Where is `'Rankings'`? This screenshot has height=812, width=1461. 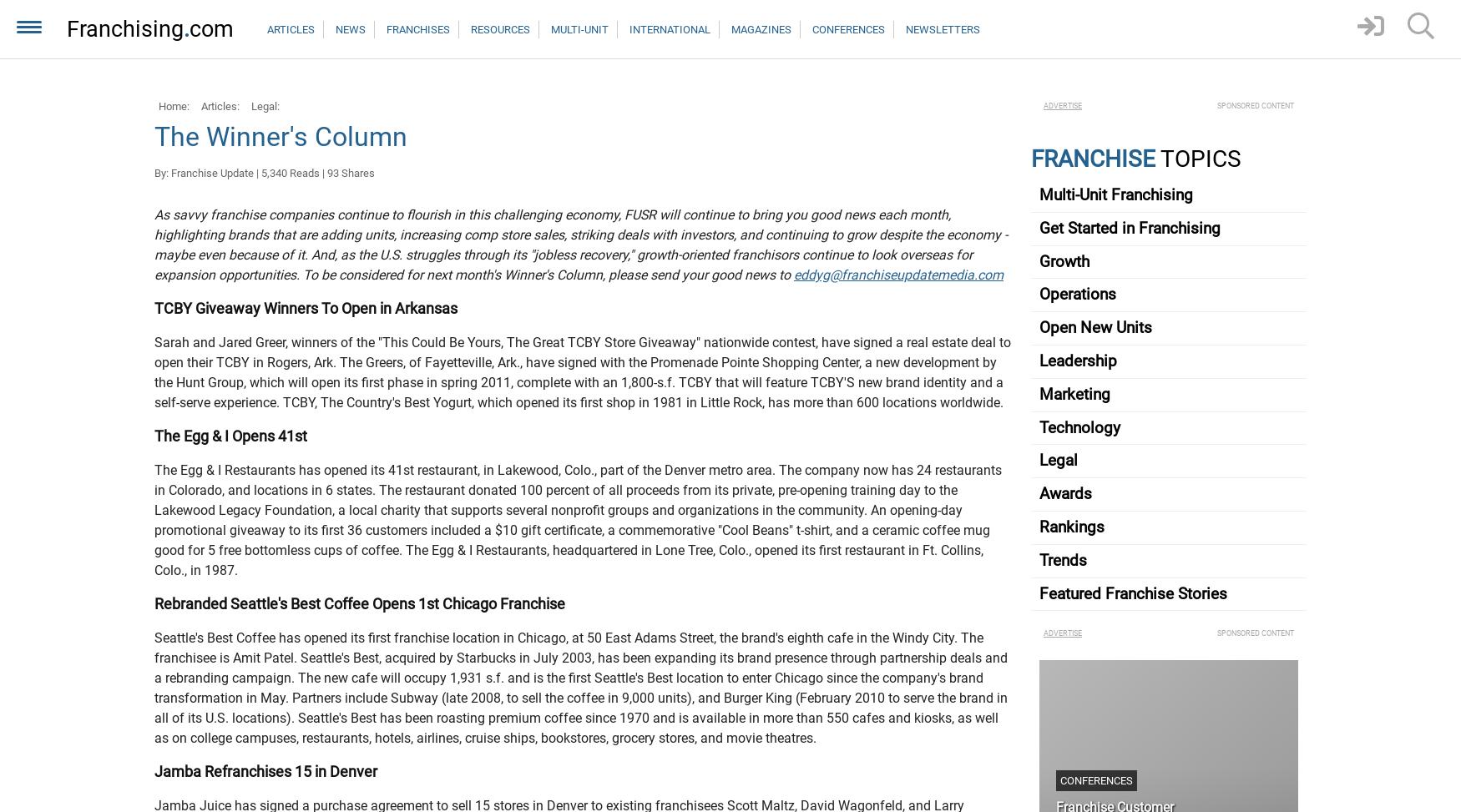 'Rankings' is located at coordinates (1070, 525).